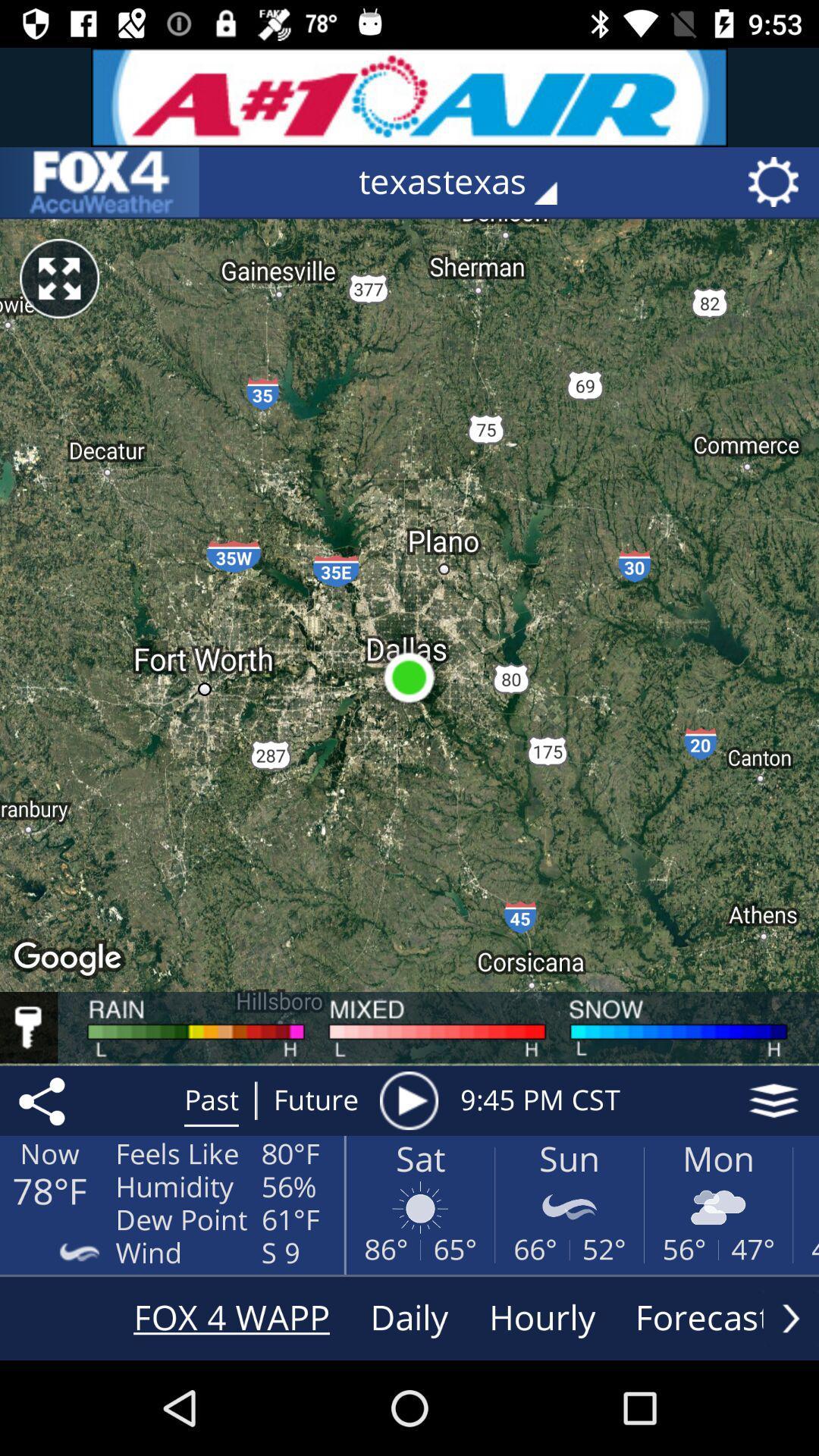  Describe the element at coordinates (773, 1100) in the screenshot. I see `the layers icon` at that location.